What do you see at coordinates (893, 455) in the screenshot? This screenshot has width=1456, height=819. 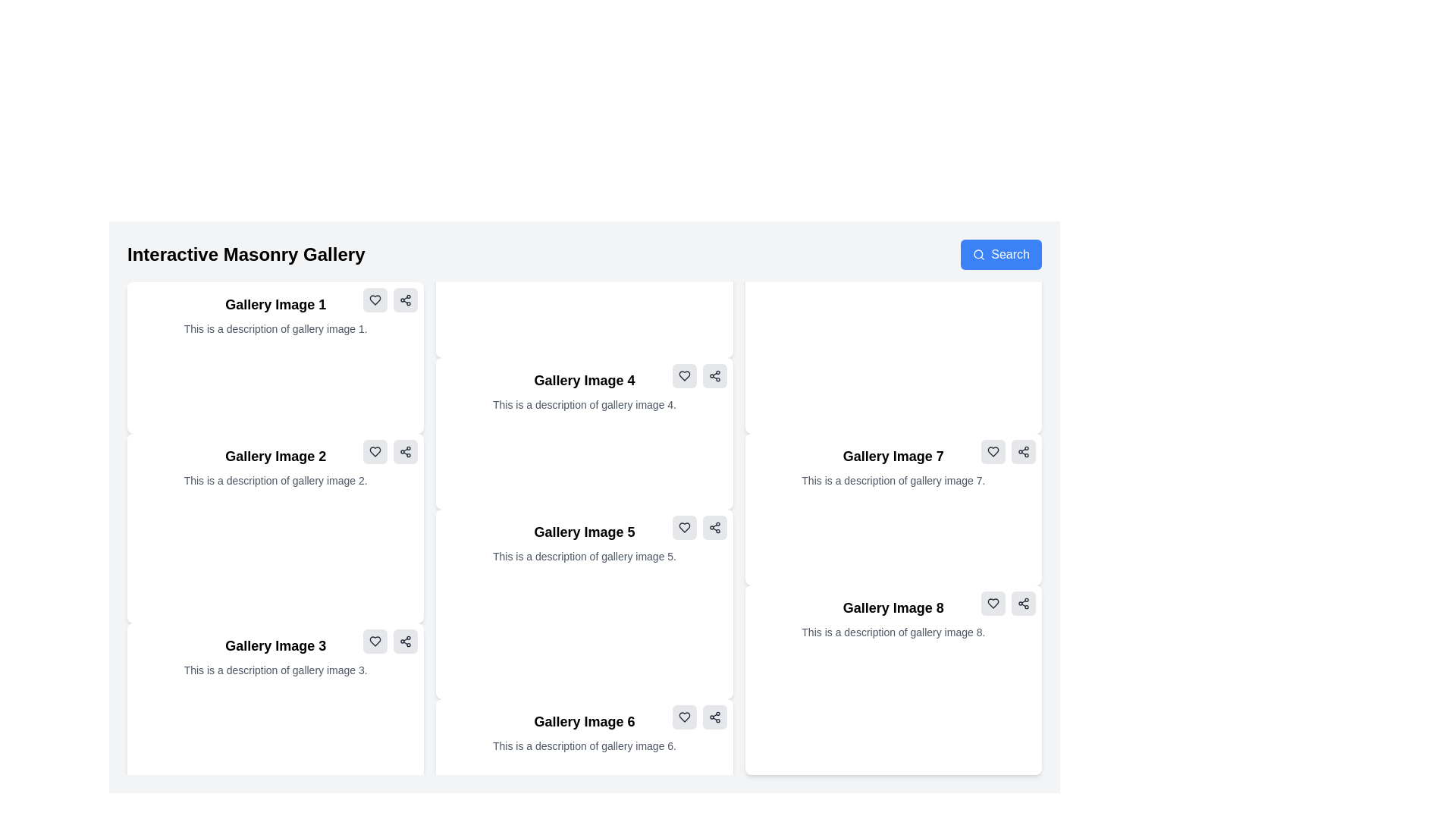 I see `text label displaying 'Gallery Image 7' which is bold and large-sized, positioned at the top of the second card in the second column of a grid layout` at bounding box center [893, 455].